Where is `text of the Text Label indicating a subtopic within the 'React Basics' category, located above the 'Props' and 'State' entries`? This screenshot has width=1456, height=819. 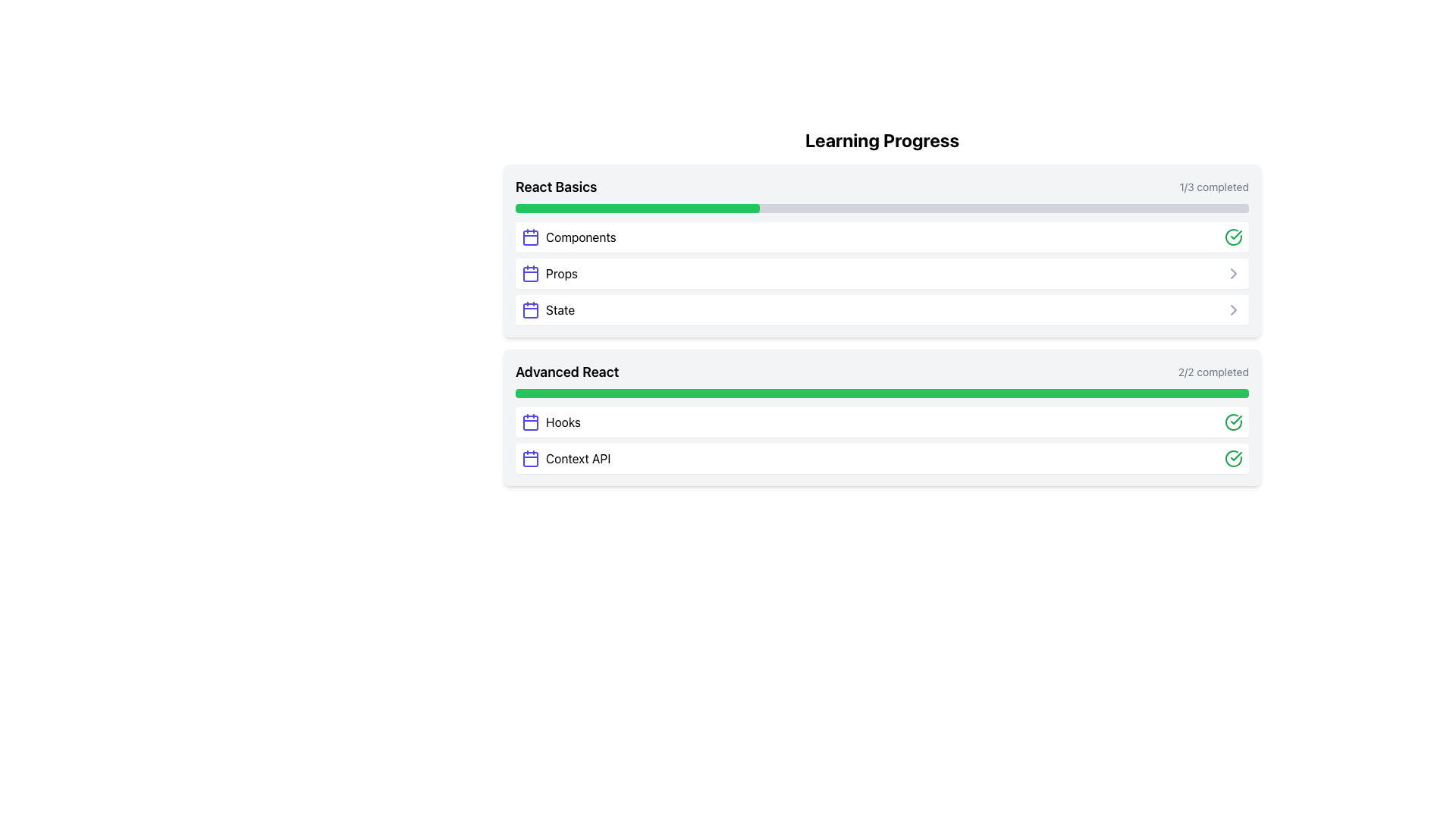
text of the Text Label indicating a subtopic within the 'React Basics' category, located above the 'Props' and 'State' entries is located at coordinates (580, 237).